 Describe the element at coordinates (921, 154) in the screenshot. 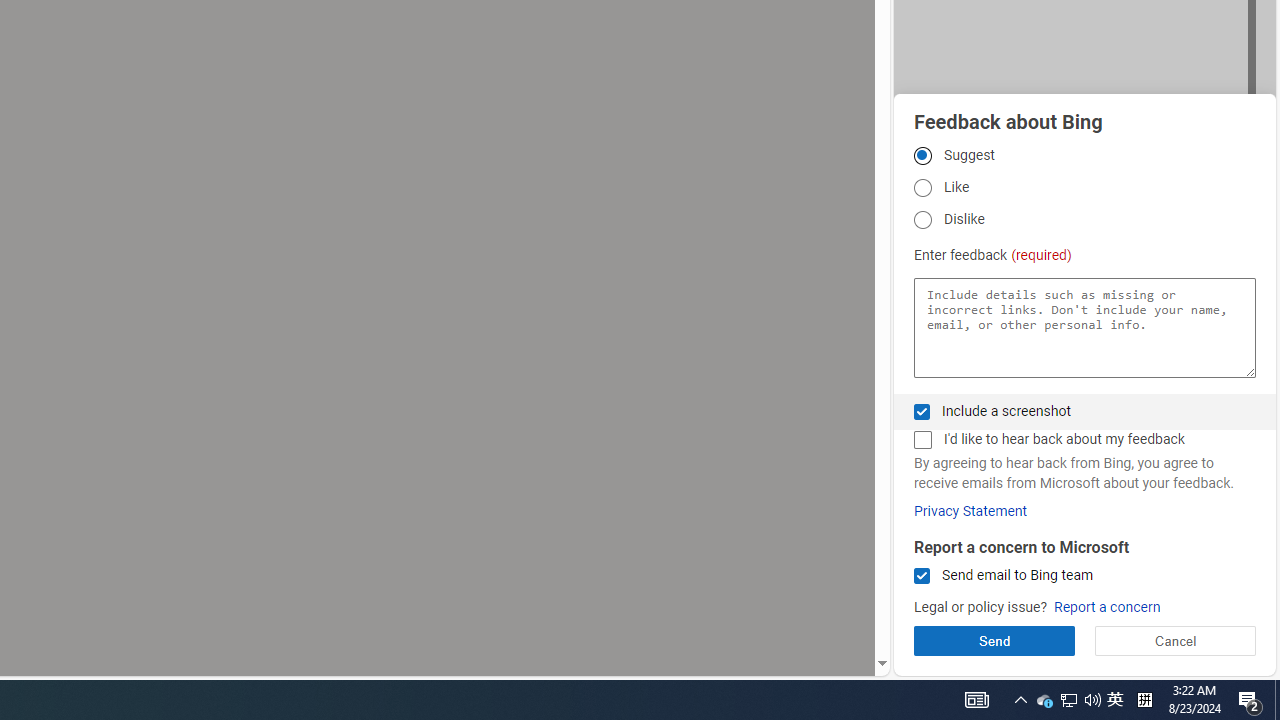

I see `'Suggest'` at that location.